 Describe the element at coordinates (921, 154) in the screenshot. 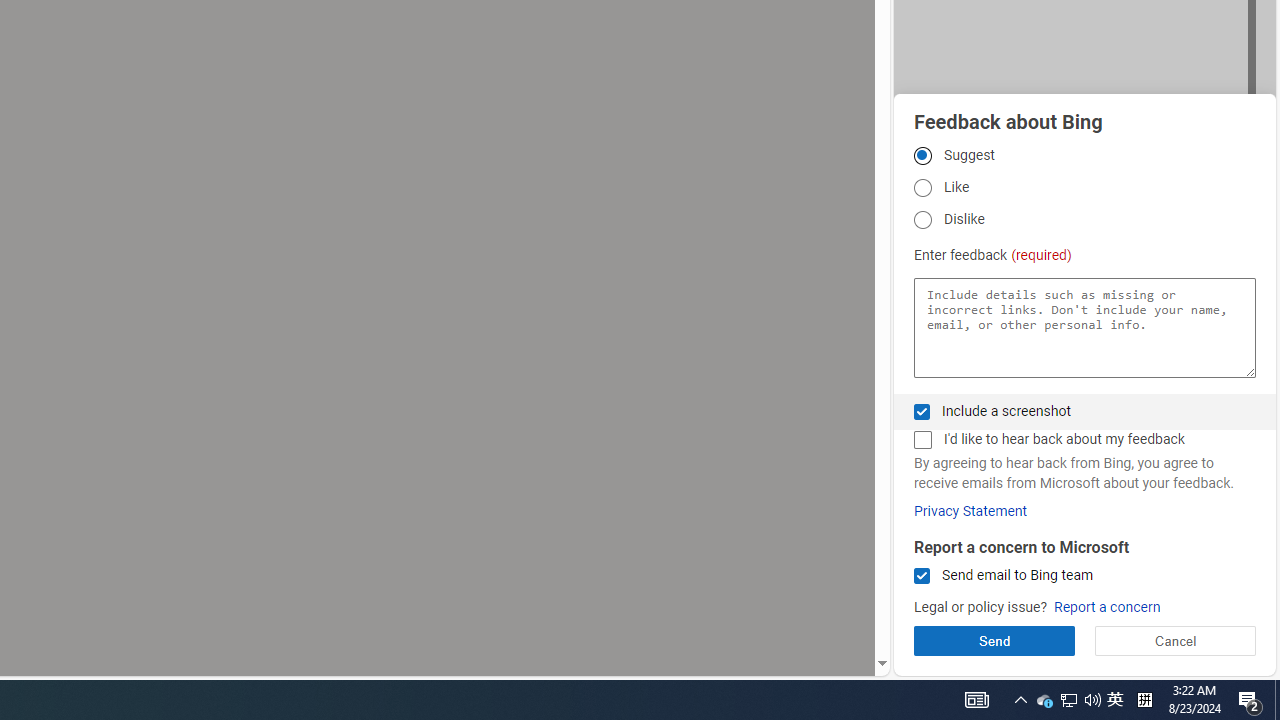

I see `'Suggest'` at that location.